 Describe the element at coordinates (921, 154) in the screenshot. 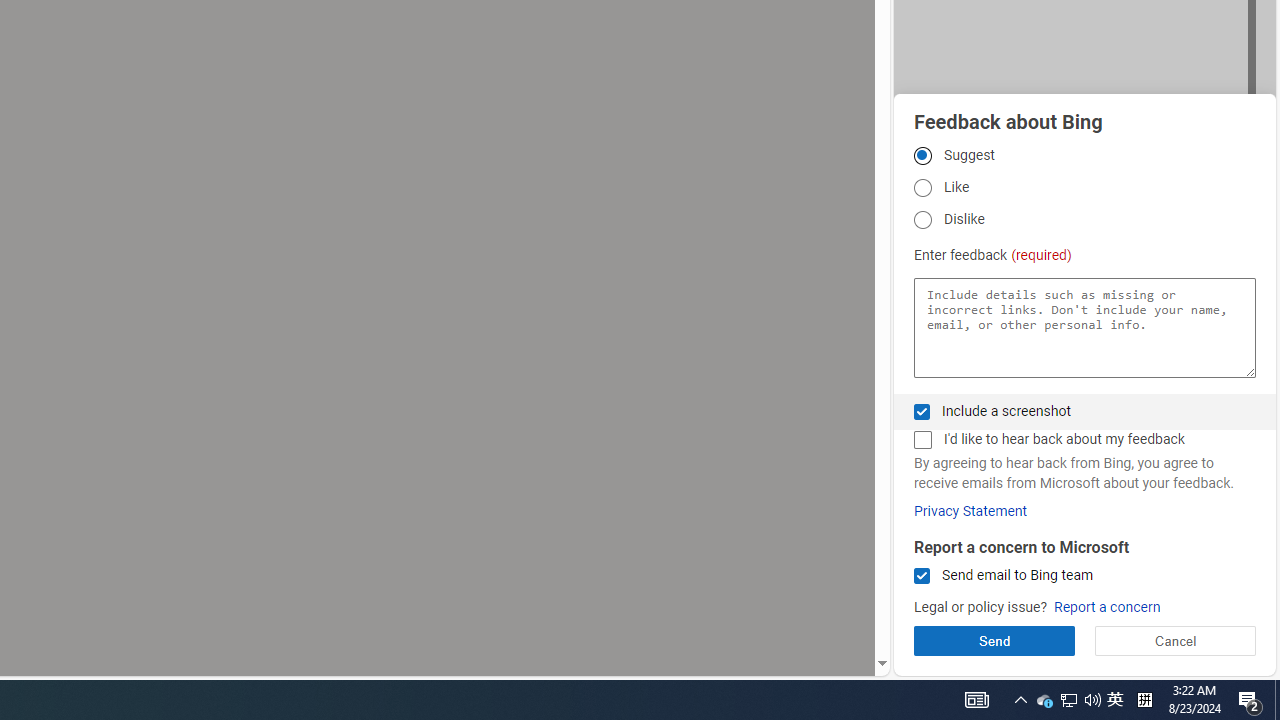

I see `'Suggest'` at that location.